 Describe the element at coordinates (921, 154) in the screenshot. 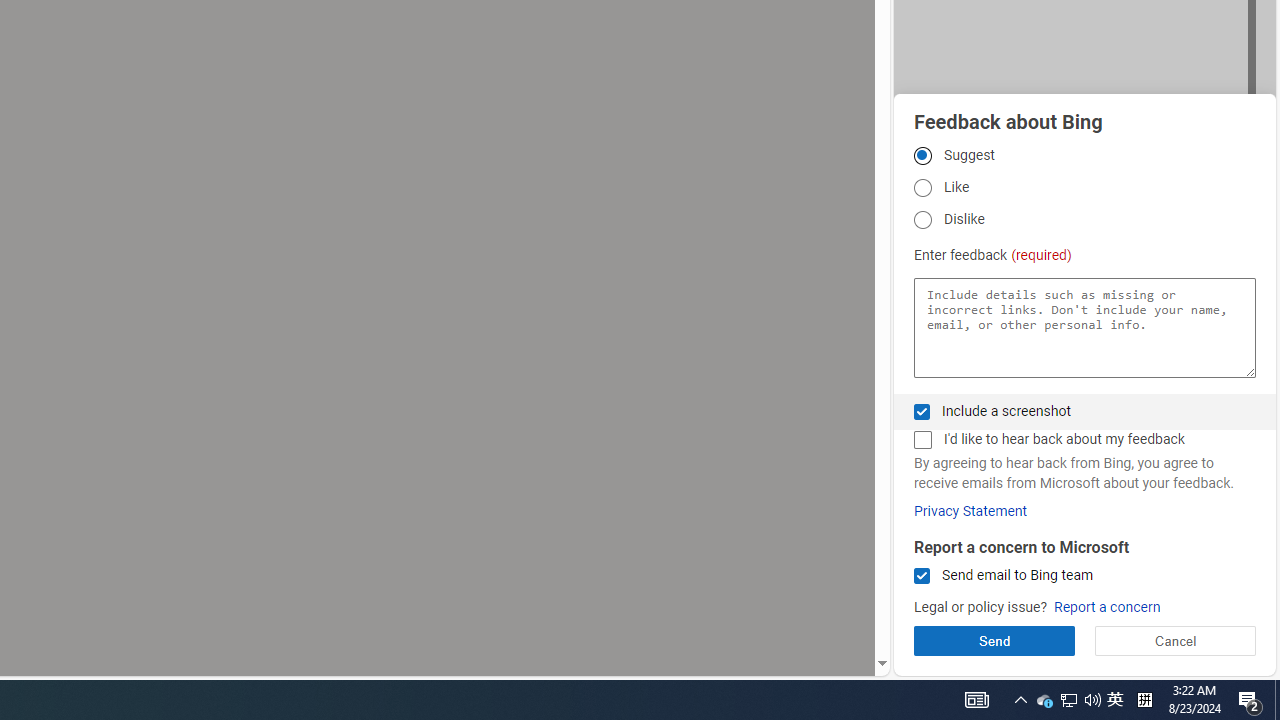

I see `'Suggest'` at that location.